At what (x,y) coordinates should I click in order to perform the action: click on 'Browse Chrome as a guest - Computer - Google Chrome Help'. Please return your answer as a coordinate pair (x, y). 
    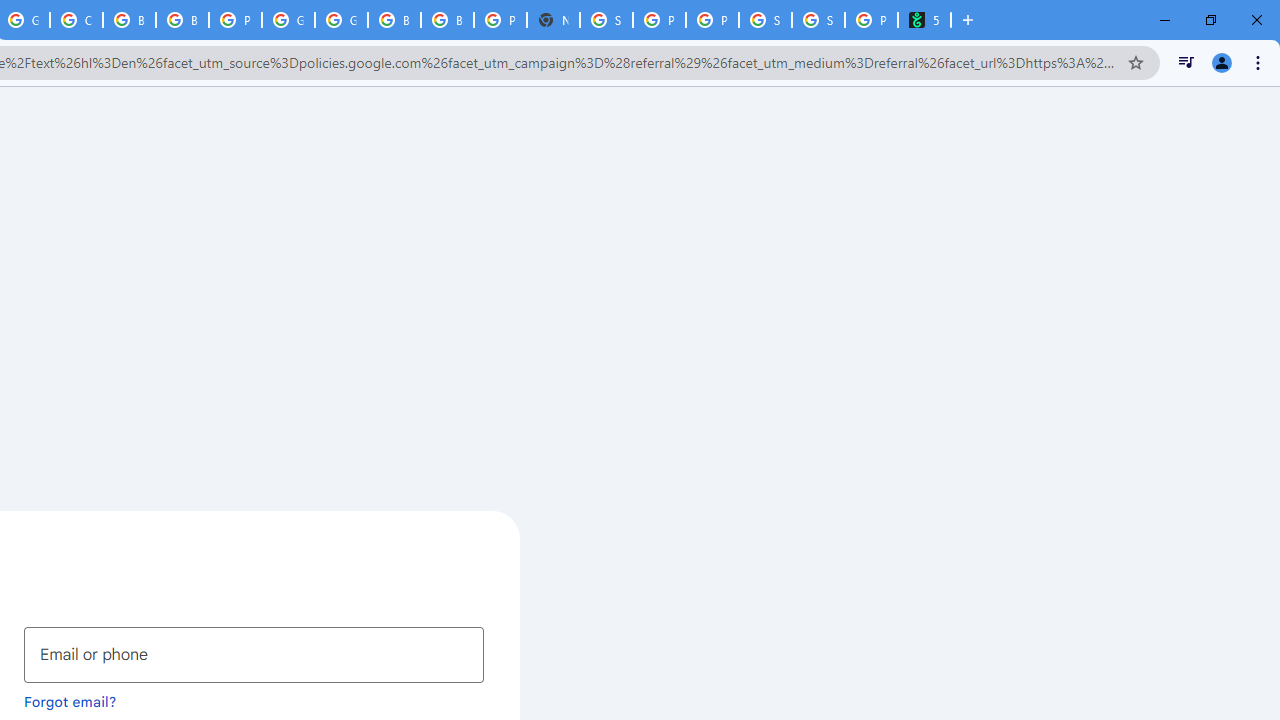
    Looking at the image, I should click on (446, 20).